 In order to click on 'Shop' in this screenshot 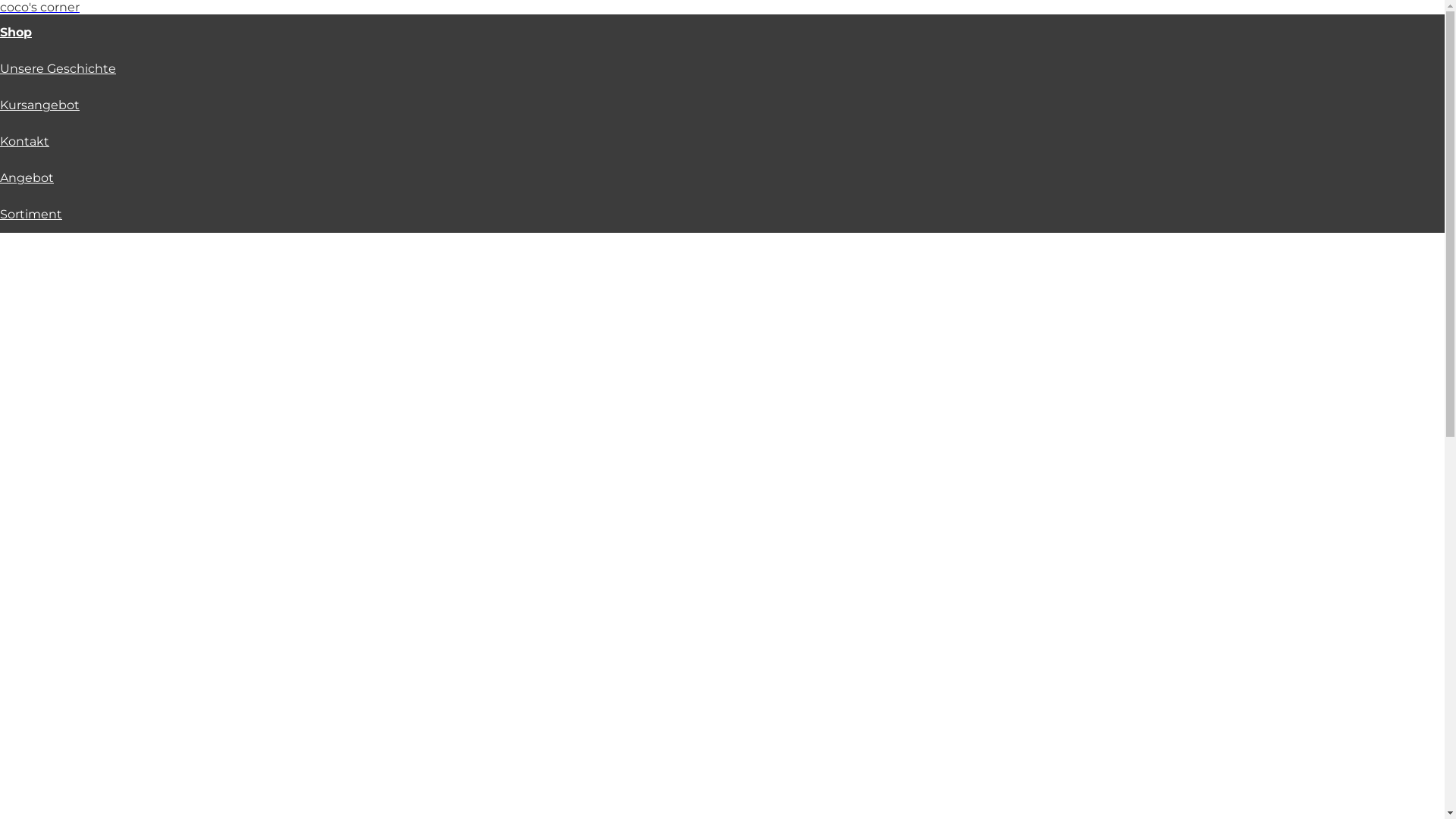, I will do `click(15, 32)`.